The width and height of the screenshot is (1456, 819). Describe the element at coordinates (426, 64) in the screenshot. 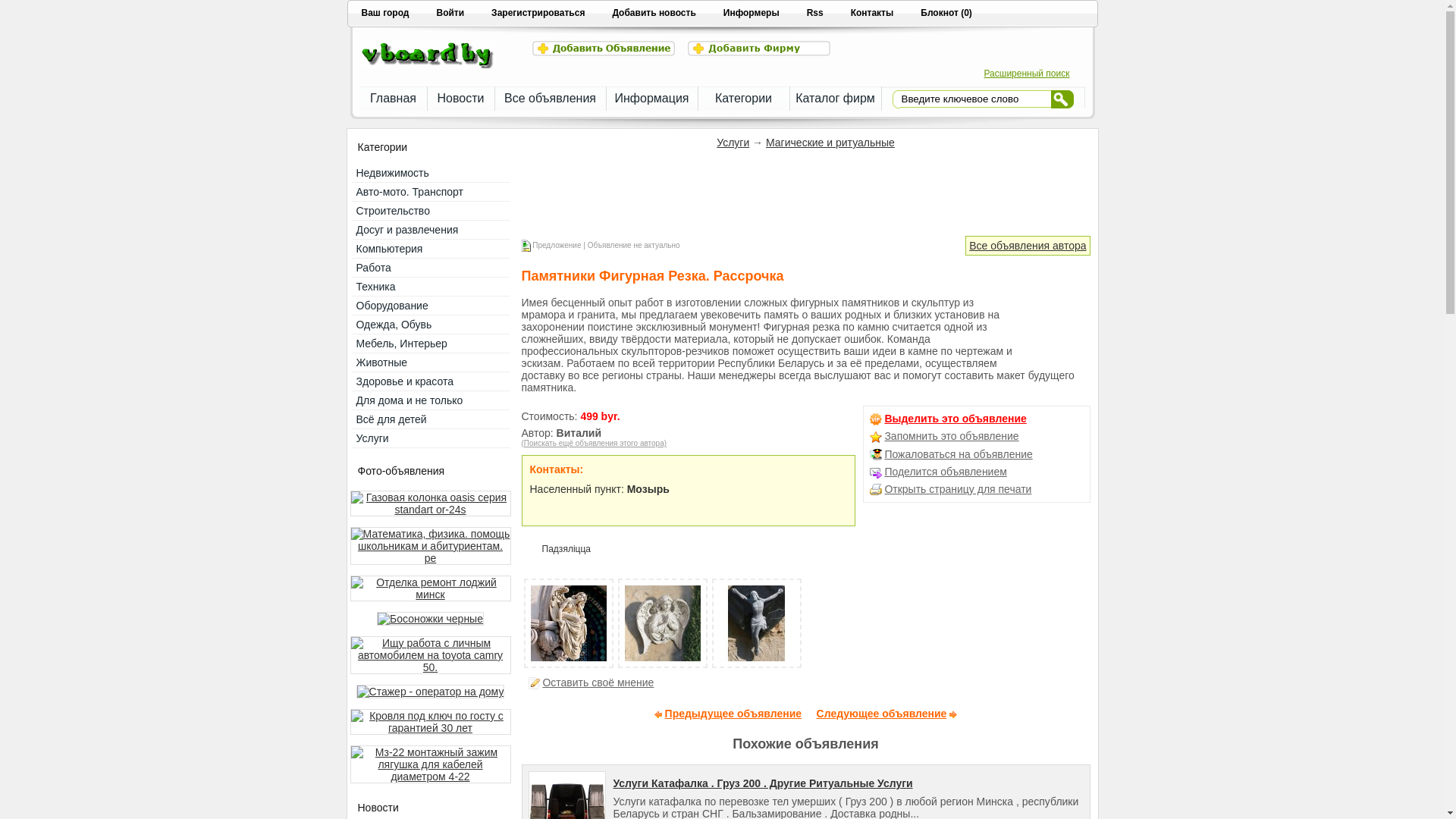

I see `'Jokerboard'` at that location.